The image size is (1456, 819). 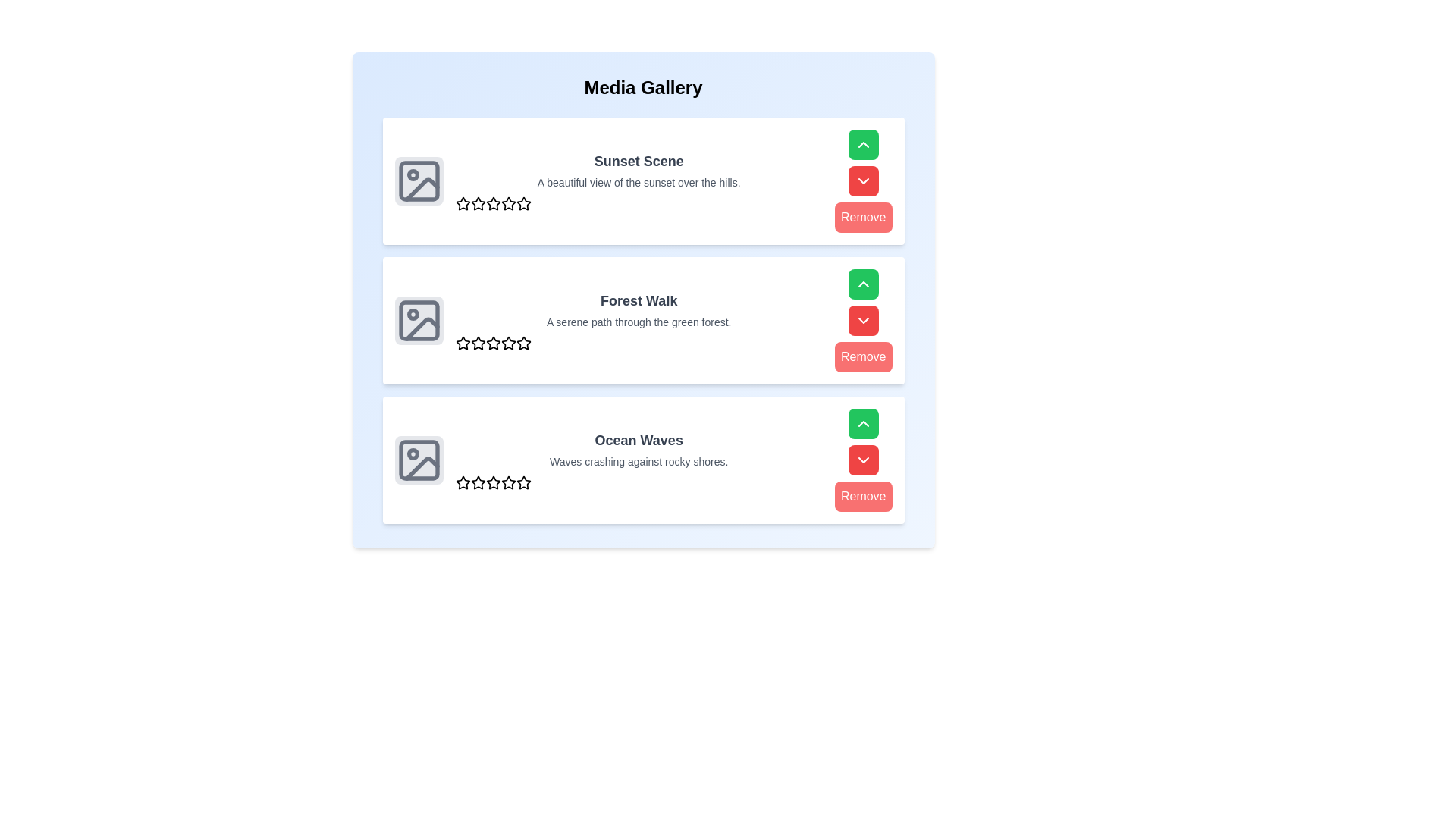 I want to click on 'Remove' button for the media item titled 'Ocean Waves', so click(x=863, y=497).